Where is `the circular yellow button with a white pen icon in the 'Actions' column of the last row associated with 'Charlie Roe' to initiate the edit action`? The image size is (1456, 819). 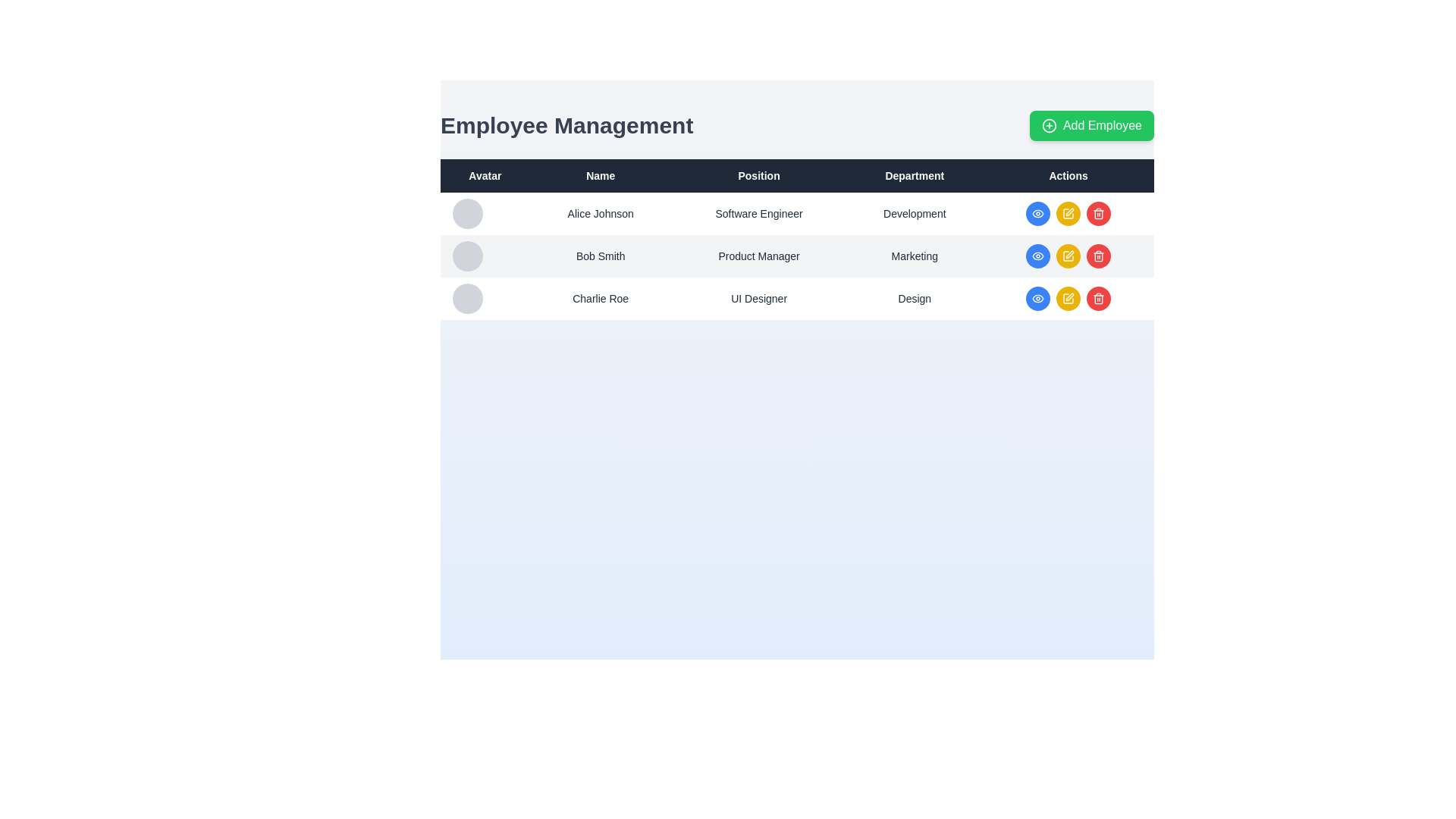 the circular yellow button with a white pen icon in the 'Actions' column of the last row associated with 'Charlie Roe' to initiate the edit action is located at coordinates (1068, 298).